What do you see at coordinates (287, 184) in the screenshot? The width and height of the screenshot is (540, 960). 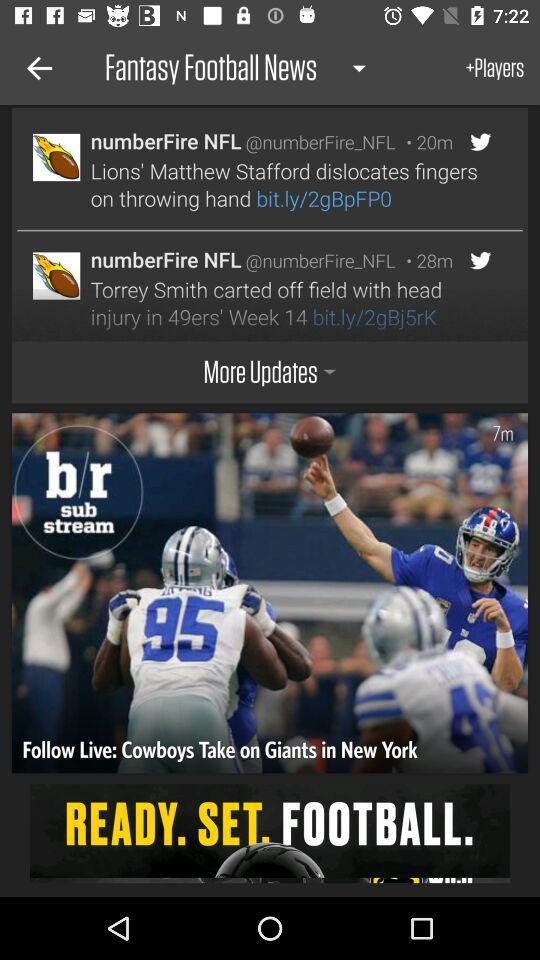 I see `icon below the numberfire nfl` at bounding box center [287, 184].